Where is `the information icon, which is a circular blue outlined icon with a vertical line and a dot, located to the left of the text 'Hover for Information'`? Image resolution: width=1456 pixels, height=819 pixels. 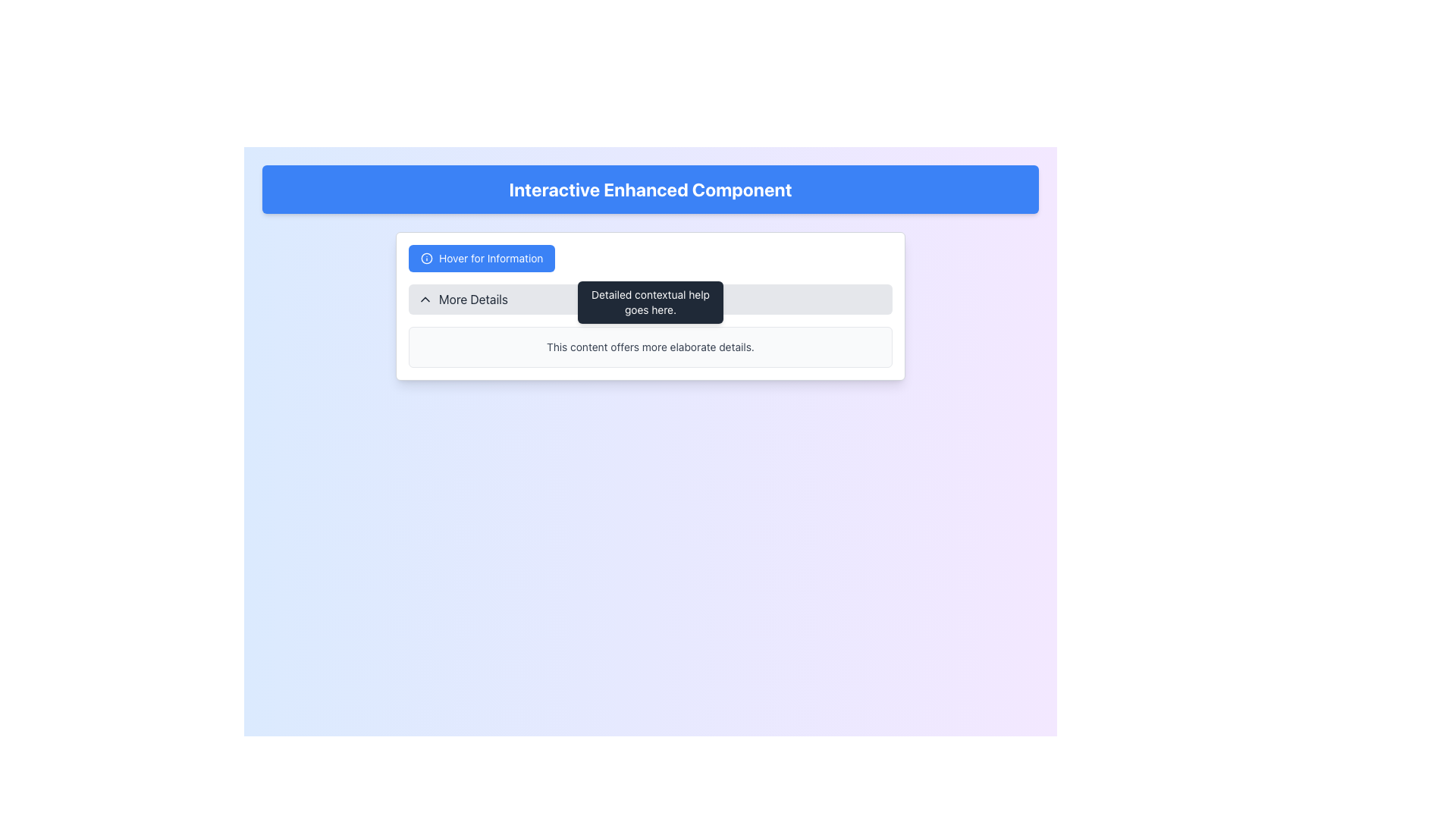 the information icon, which is a circular blue outlined icon with a vertical line and a dot, located to the left of the text 'Hover for Information' is located at coordinates (425, 257).